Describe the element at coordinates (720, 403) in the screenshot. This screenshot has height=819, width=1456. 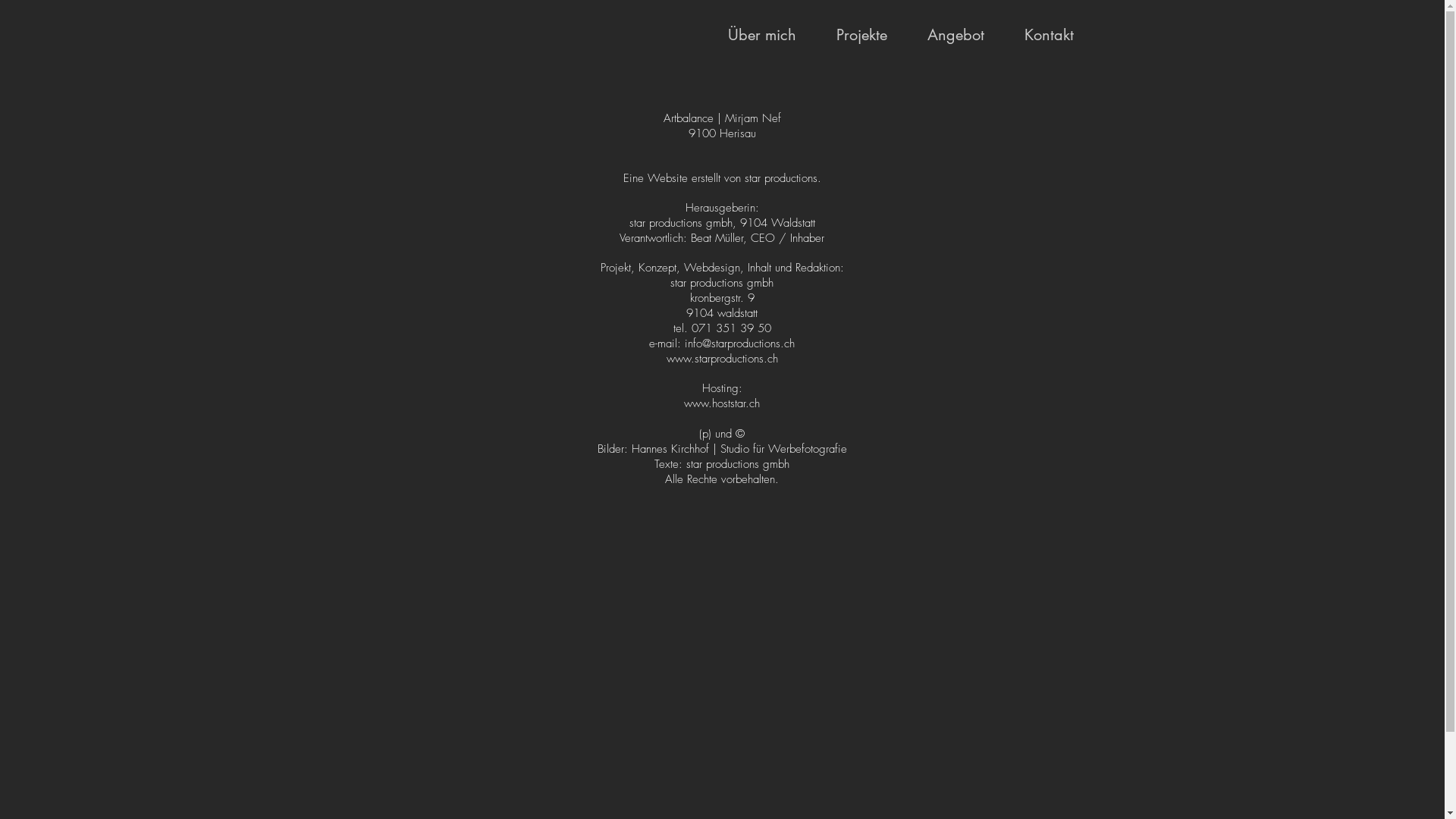
I see `'www.hoststar.ch'` at that location.